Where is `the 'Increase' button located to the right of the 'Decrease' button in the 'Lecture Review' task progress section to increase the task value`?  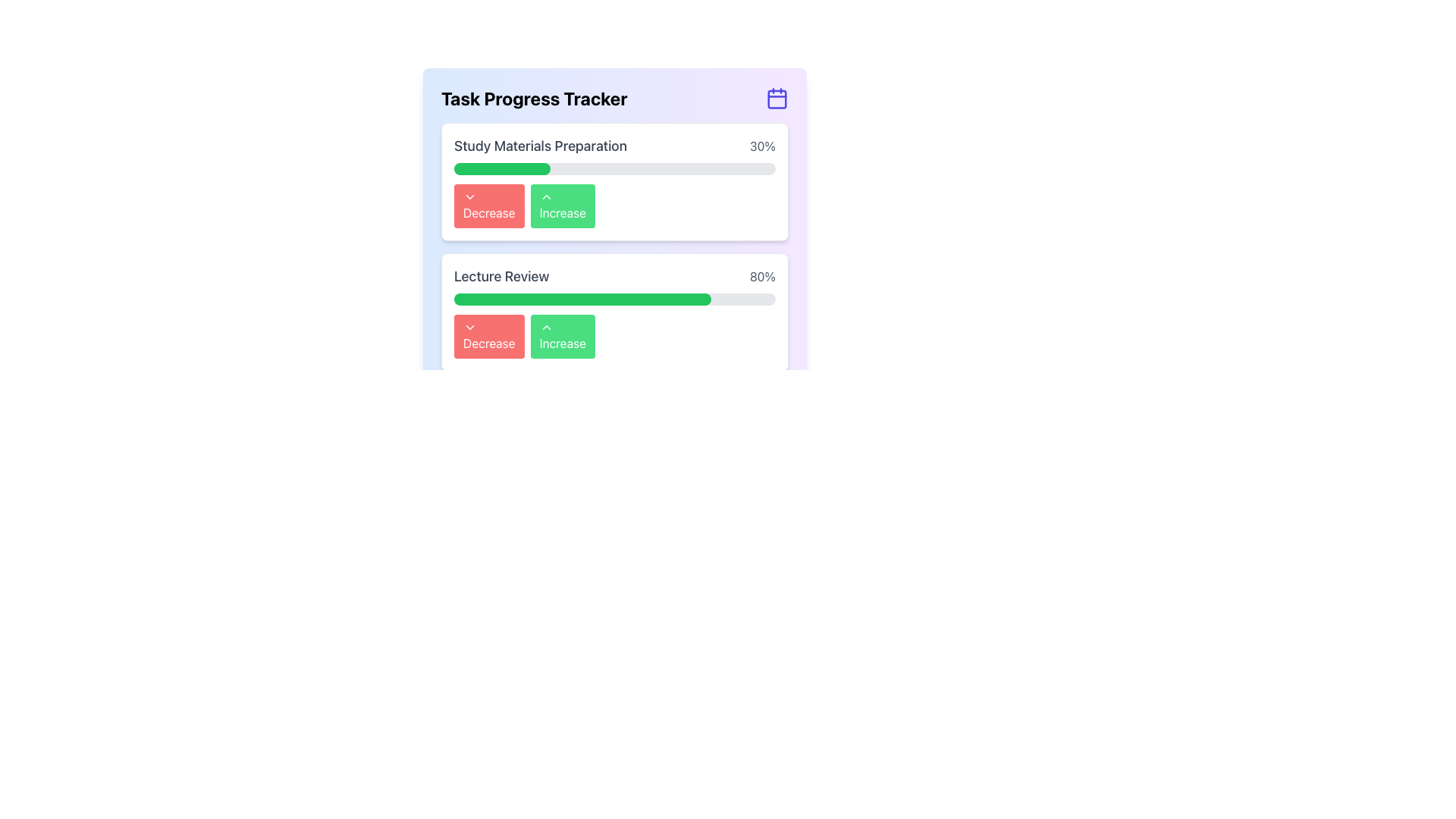
the 'Increase' button located to the right of the 'Decrease' button in the 'Lecture Review' task progress section to increase the task value is located at coordinates (562, 335).